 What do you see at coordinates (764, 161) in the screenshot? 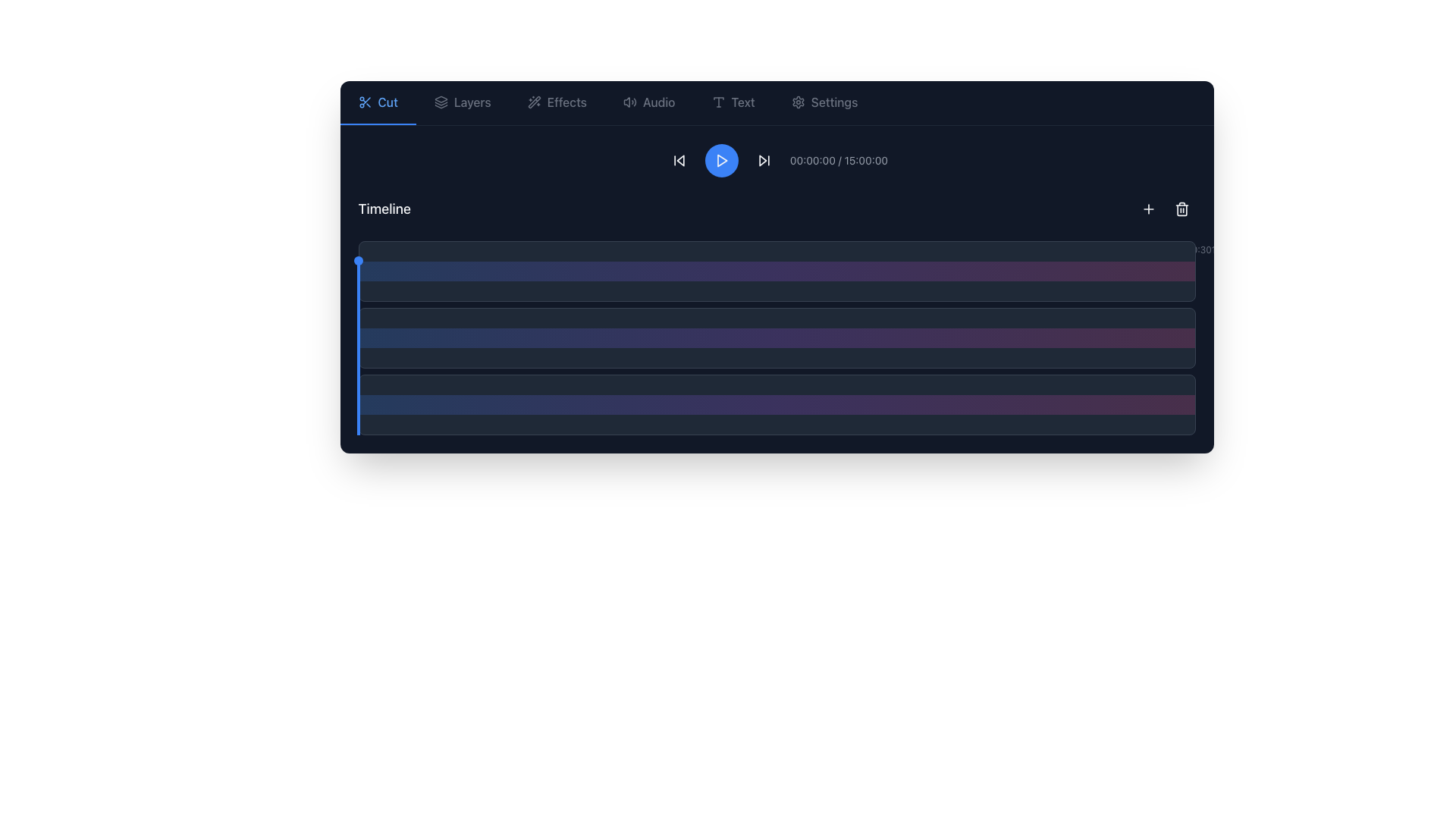
I see `the fourth interactive button in the control set at the top bar, located immediately to the right of the blue circular 'play' button, to skip forward in the playback sequence` at bounding box center [764, 161].